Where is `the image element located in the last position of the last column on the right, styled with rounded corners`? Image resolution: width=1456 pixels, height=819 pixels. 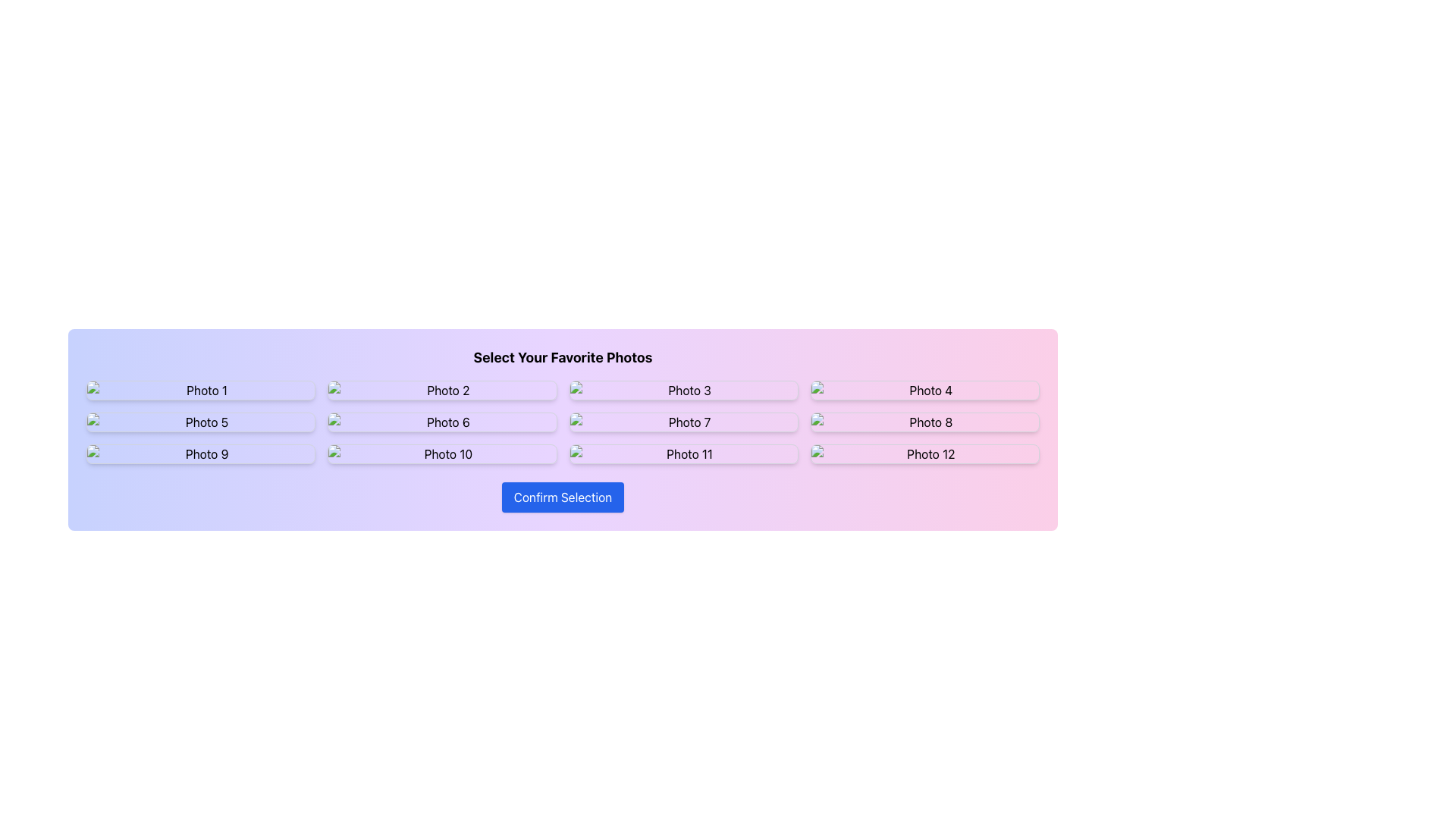
the image element located in the last position of the last column on the right, styled with rounded corners is located at coordinates (924, 453).